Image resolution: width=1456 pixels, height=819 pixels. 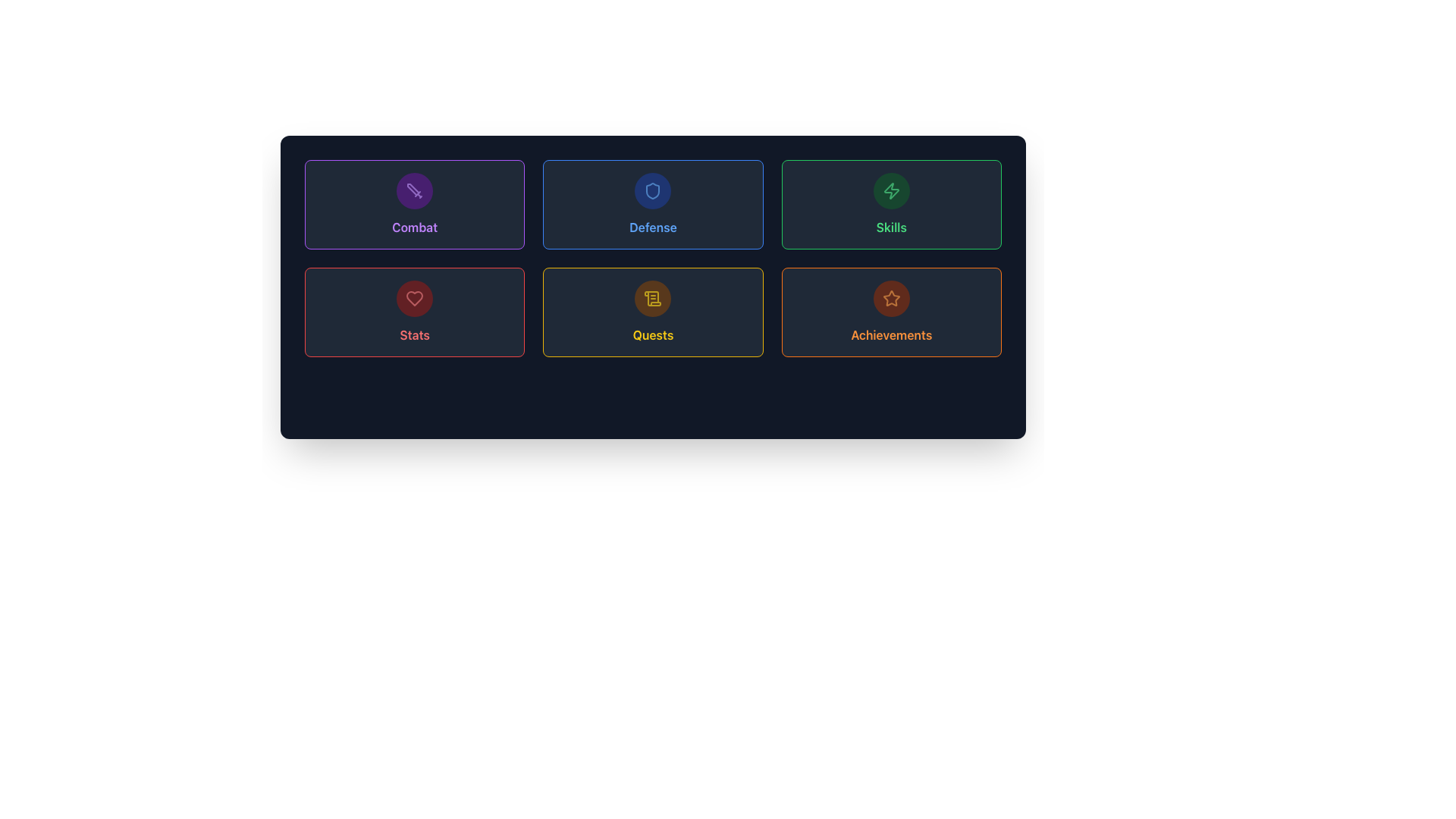 I want to click on the circular button with a brown background and yellow border containing a yellow scroll icon for keyboard interactions, so click(x=653, y=298).